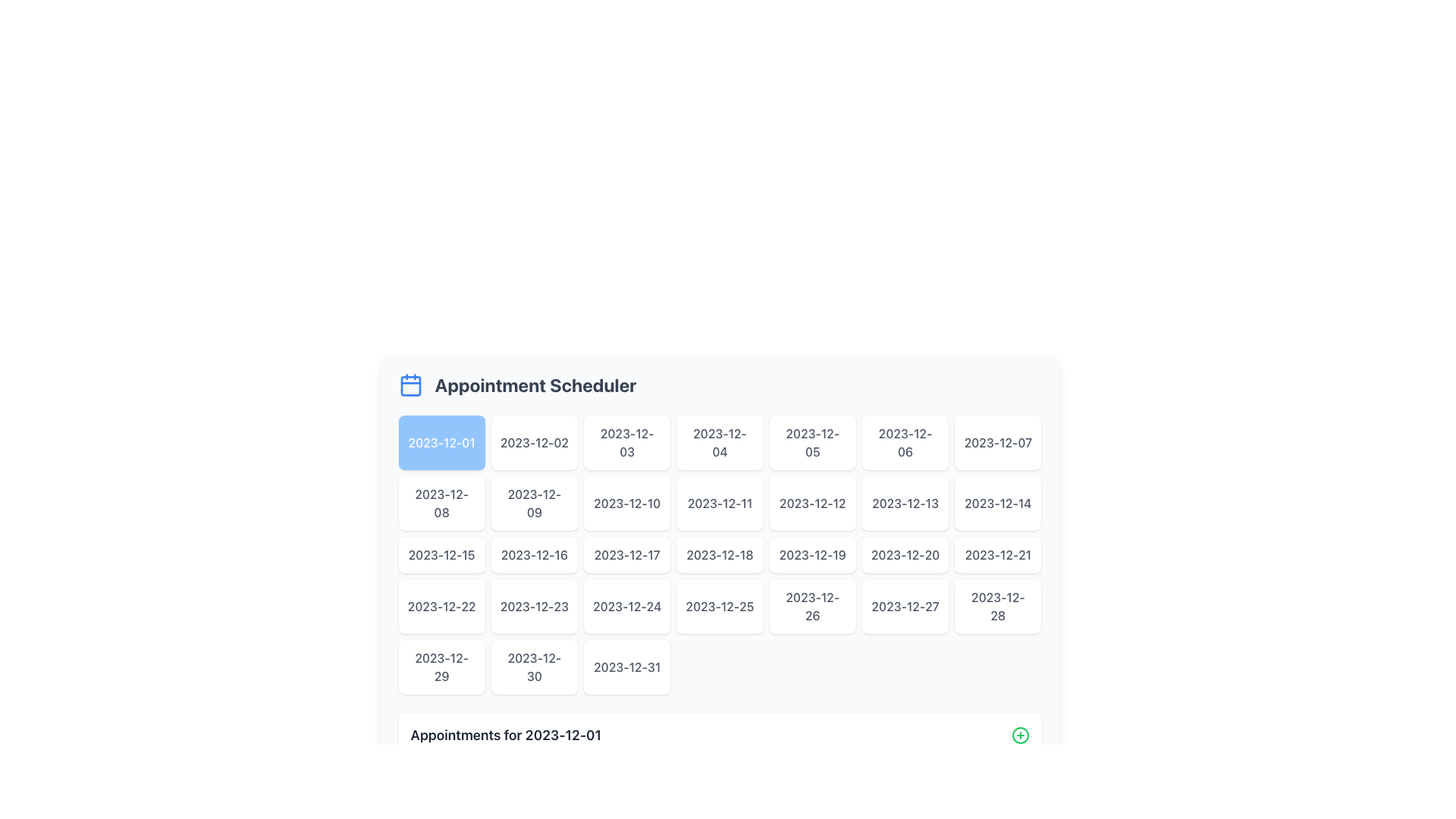 Image resolution: width=1456 pixels, height=819 pixels. Describe the element at coordinates (905, 605) in the screenshot. I see `the button representing the date '2023-12-27' in the calendar interface` at that location.